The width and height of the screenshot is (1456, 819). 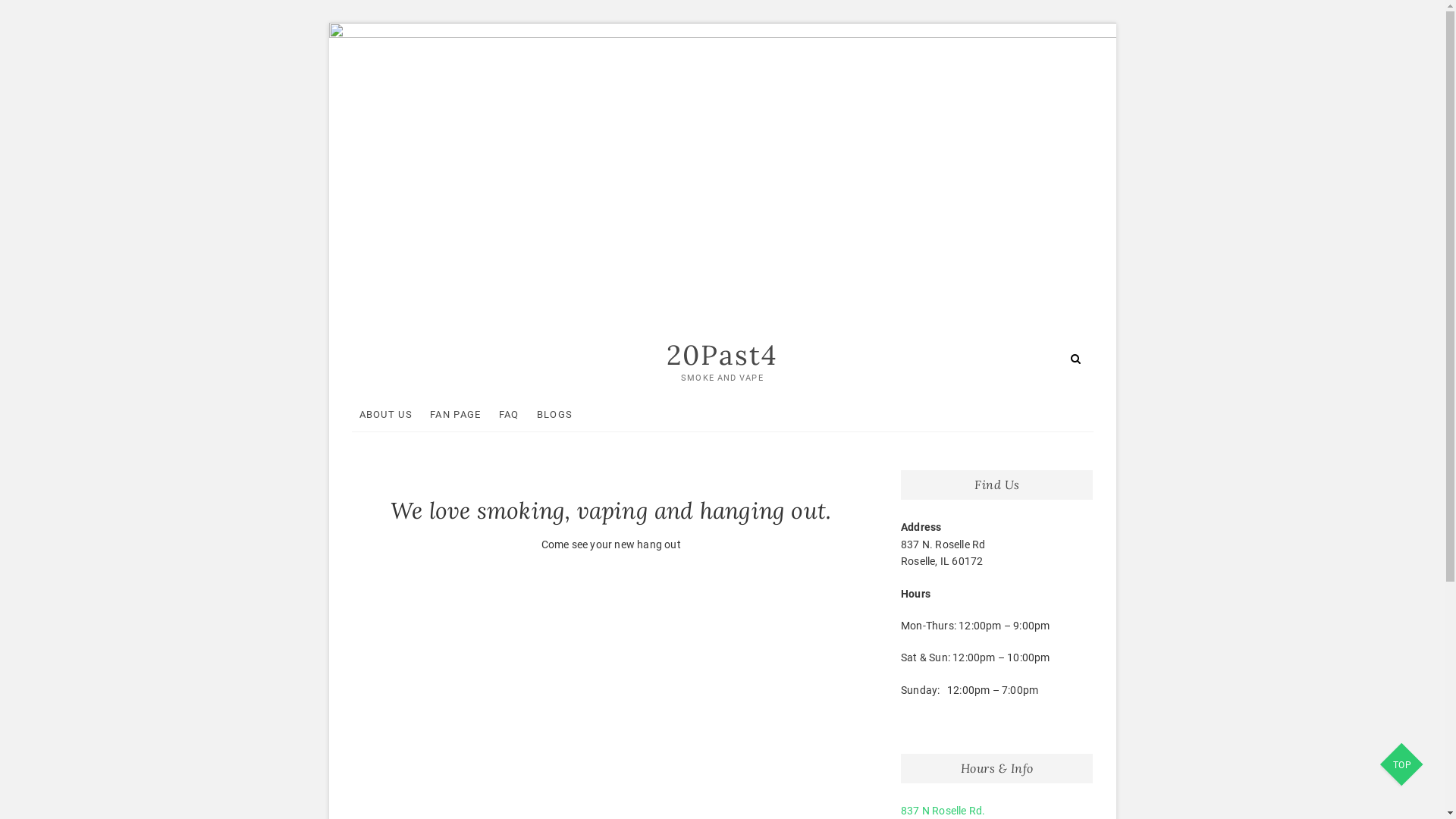 I want to click on 'FAQ', so click(x=509, y=414).